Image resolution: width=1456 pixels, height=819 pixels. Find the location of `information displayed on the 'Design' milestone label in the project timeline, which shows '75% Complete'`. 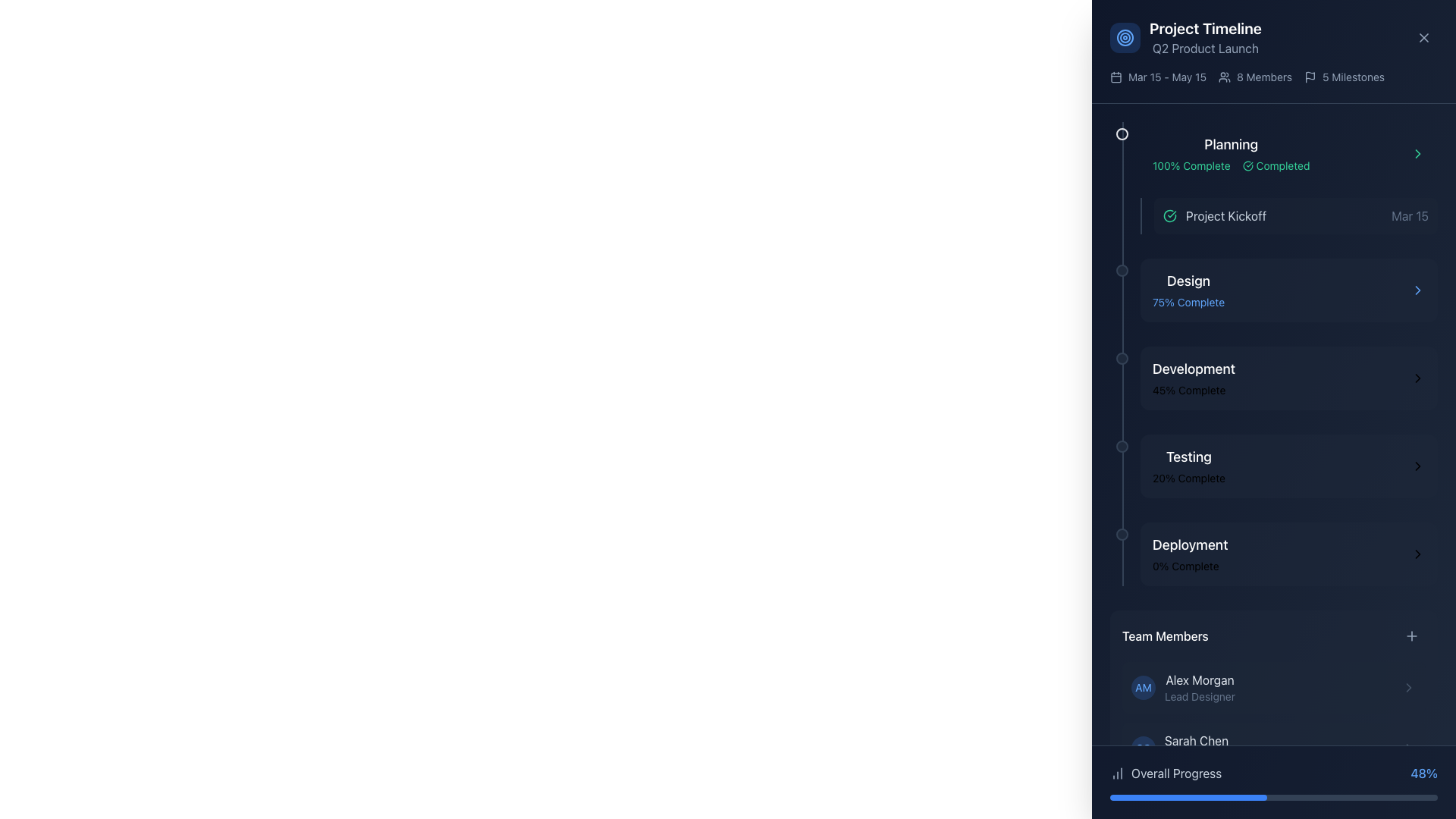

information displayed on the 'Design' milestone label in the project timeline, which shows '75% Complete' is located at coordinates (1188, 290).